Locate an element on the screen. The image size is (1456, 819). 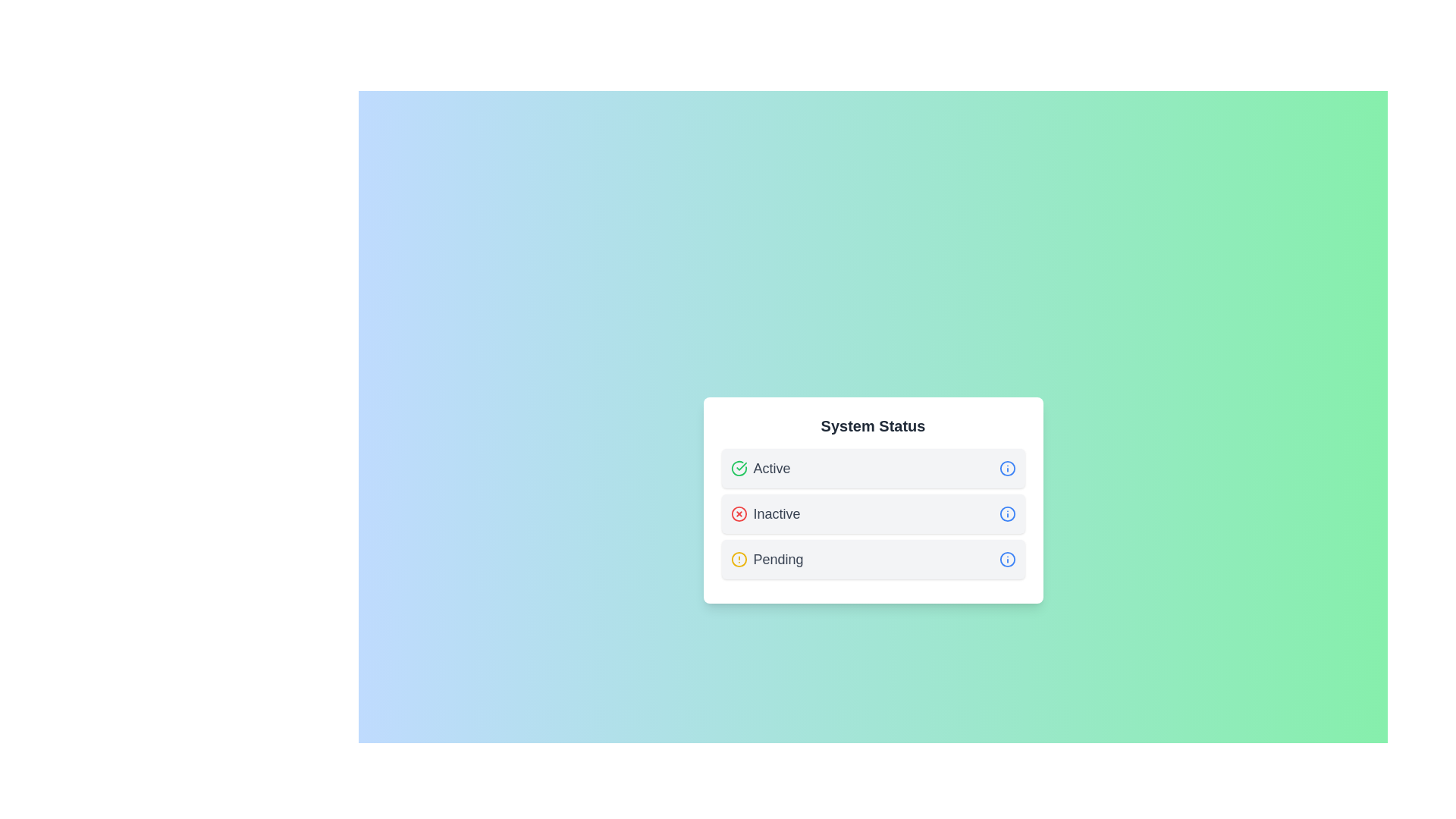
the third icon in the 'Pending' status row is located at coordinates (1007, 559).